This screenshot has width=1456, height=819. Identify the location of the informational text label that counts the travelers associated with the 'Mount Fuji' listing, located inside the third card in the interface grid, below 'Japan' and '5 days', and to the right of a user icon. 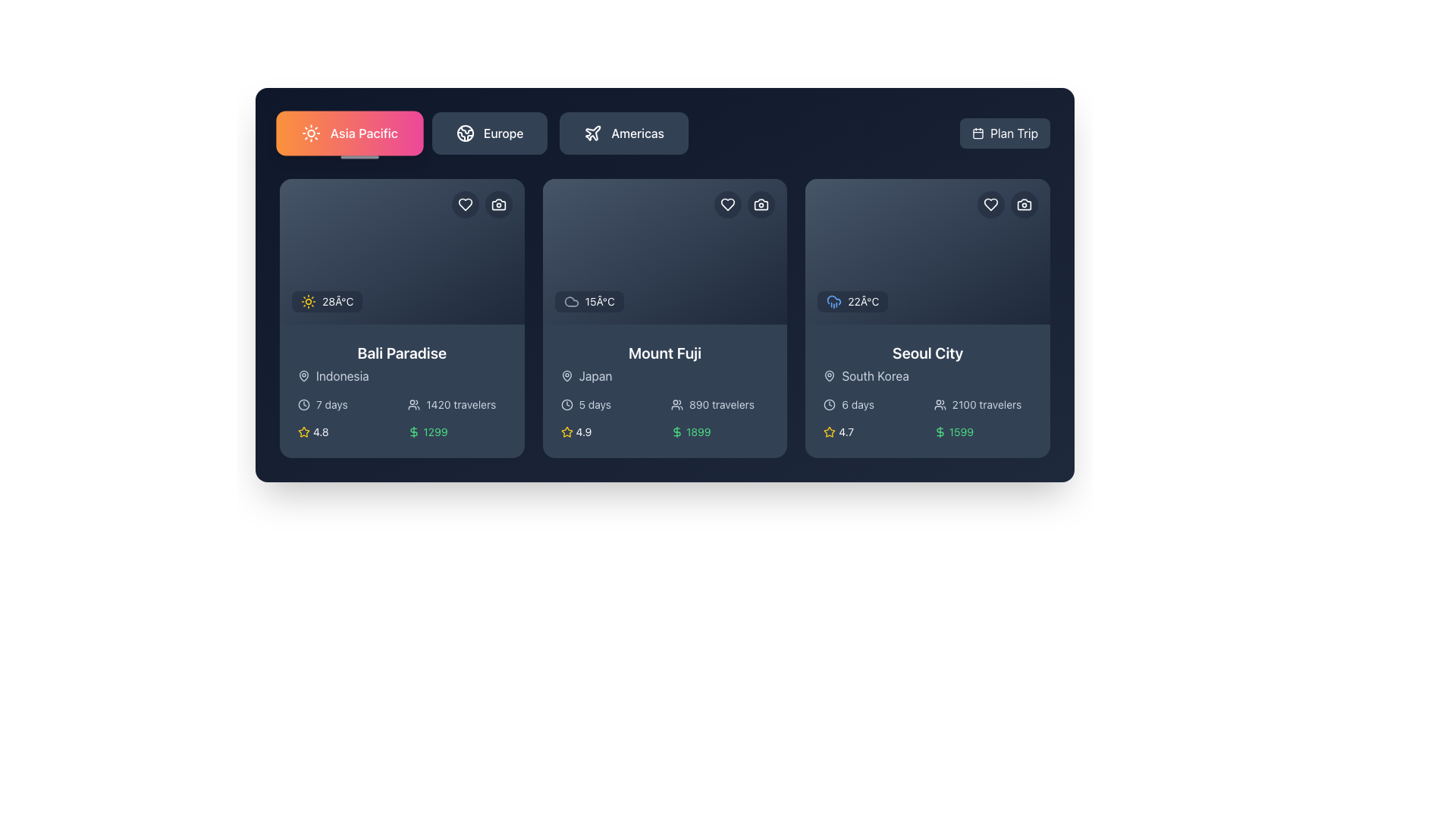
(720, 403).